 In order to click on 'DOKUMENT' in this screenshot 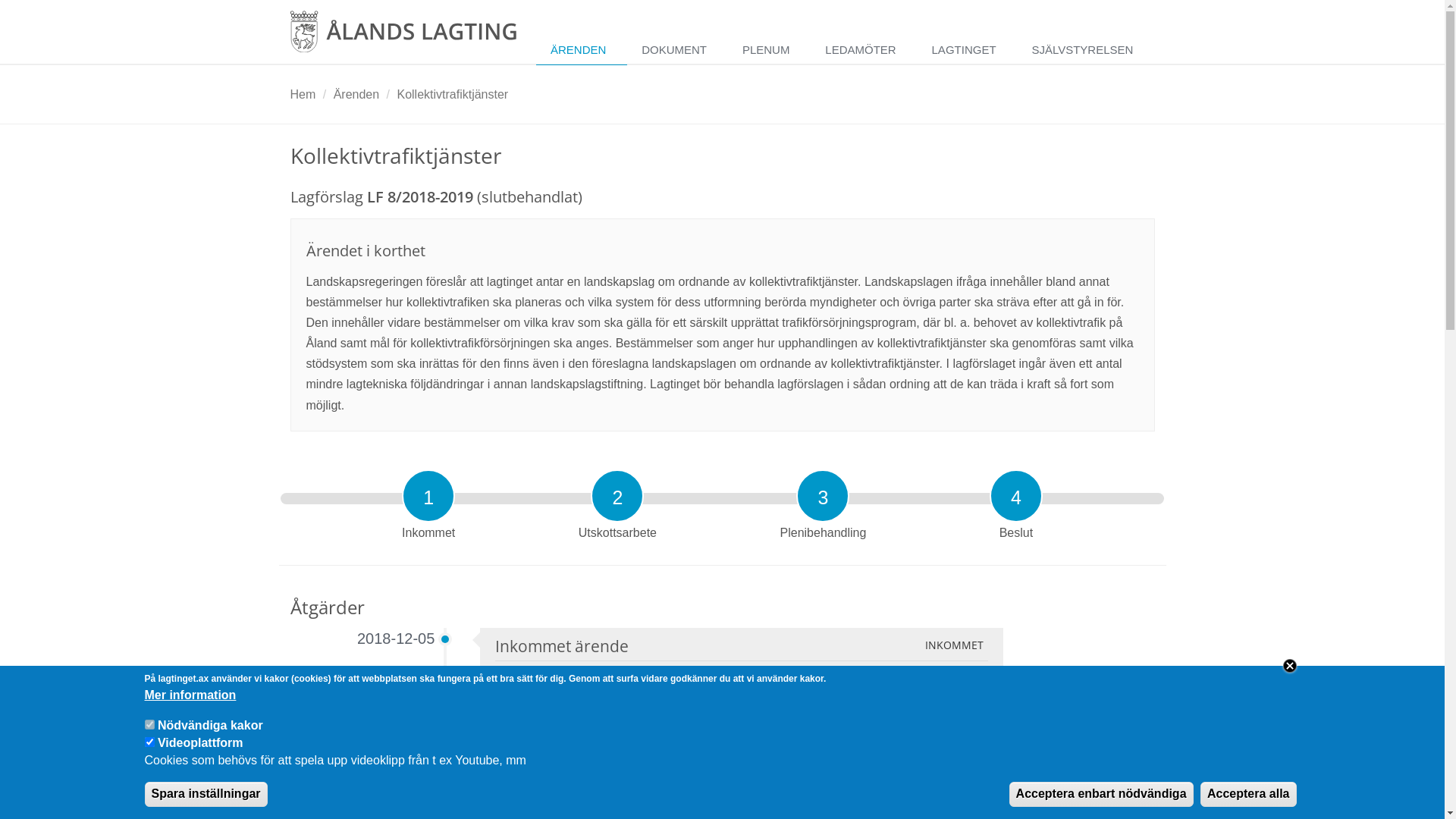, I will do `click(626, 49)`.